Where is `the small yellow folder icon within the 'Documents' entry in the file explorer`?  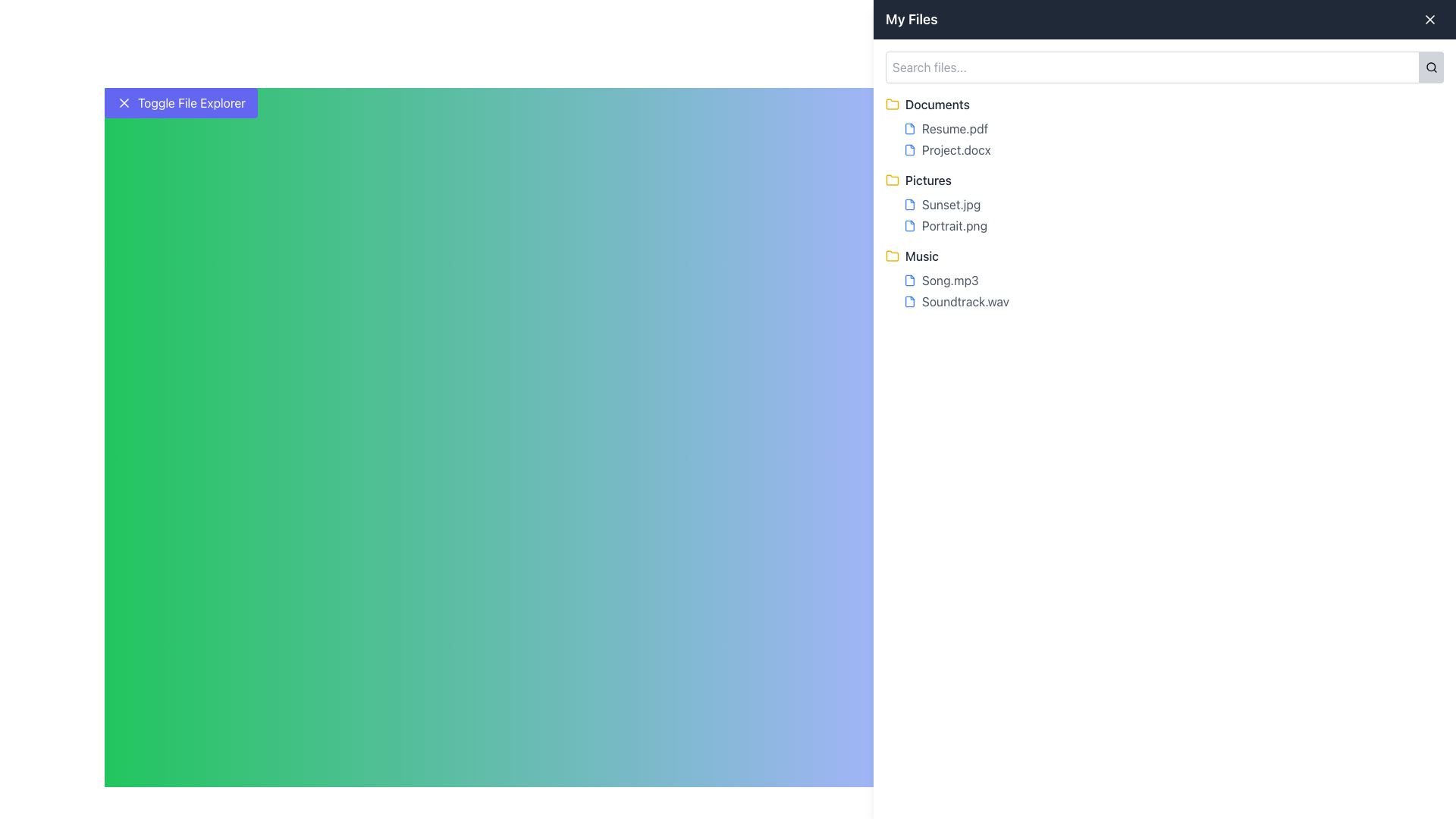
the small yellow folder icon within the 'Documents' entry in the file explorer is located at coordinates (892, 104).